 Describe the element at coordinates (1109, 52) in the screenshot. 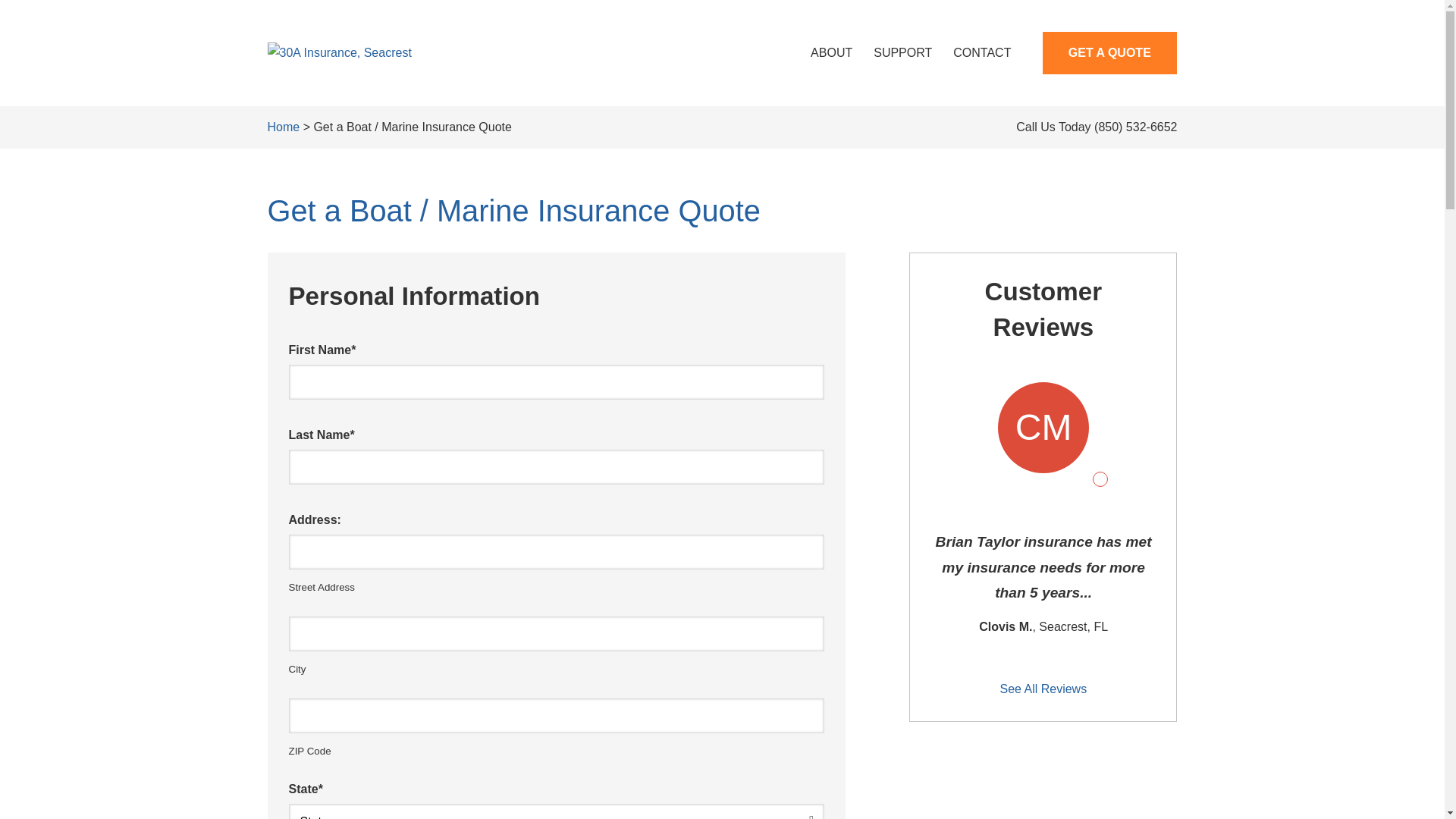

I see `'GET A QUOTE` at that location.